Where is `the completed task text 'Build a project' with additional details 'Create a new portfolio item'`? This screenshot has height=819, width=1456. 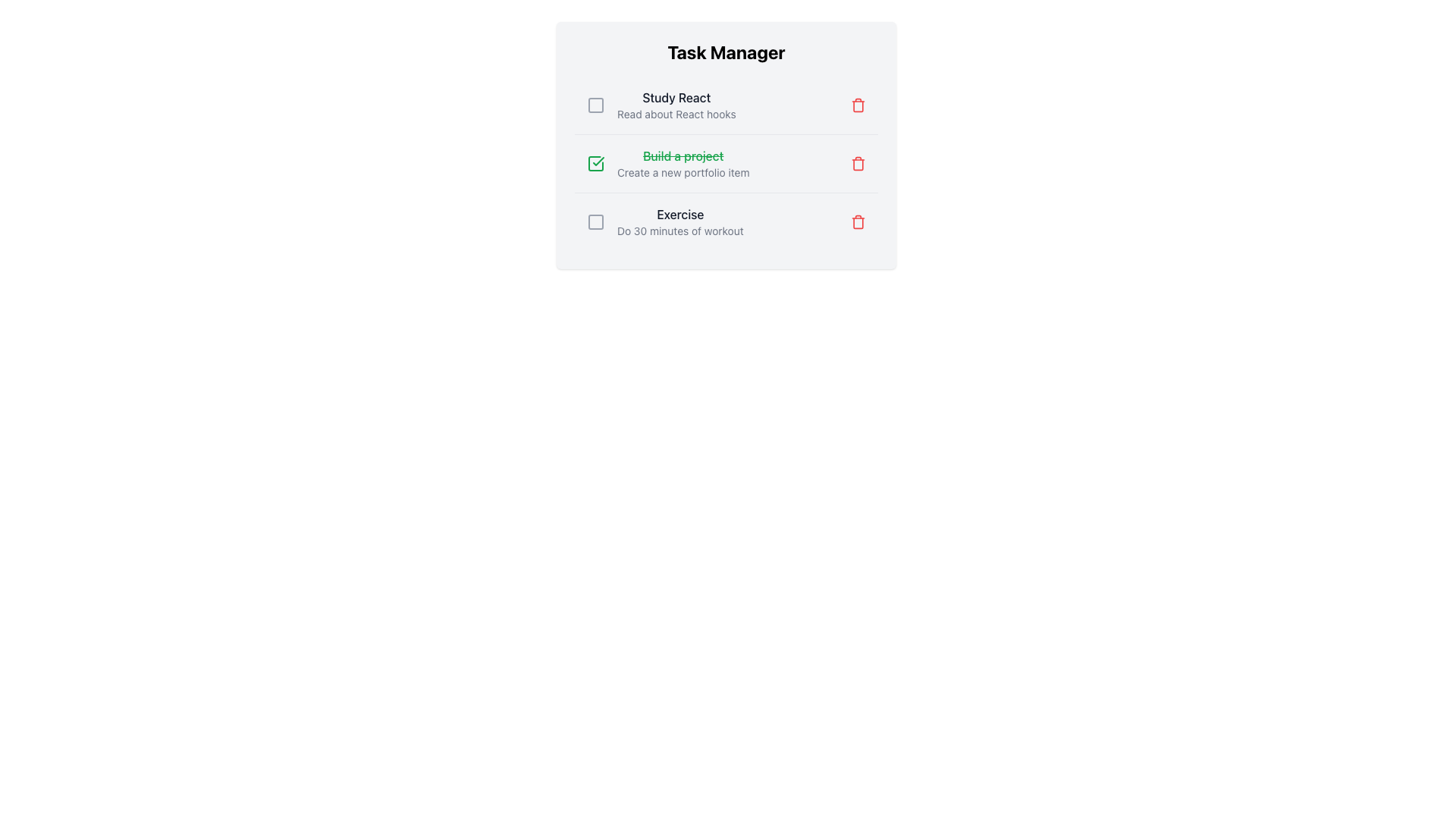
the completed task text 'Build a project' with additional details 'Create a new portfolio item' is located at coordinates (667, 164).